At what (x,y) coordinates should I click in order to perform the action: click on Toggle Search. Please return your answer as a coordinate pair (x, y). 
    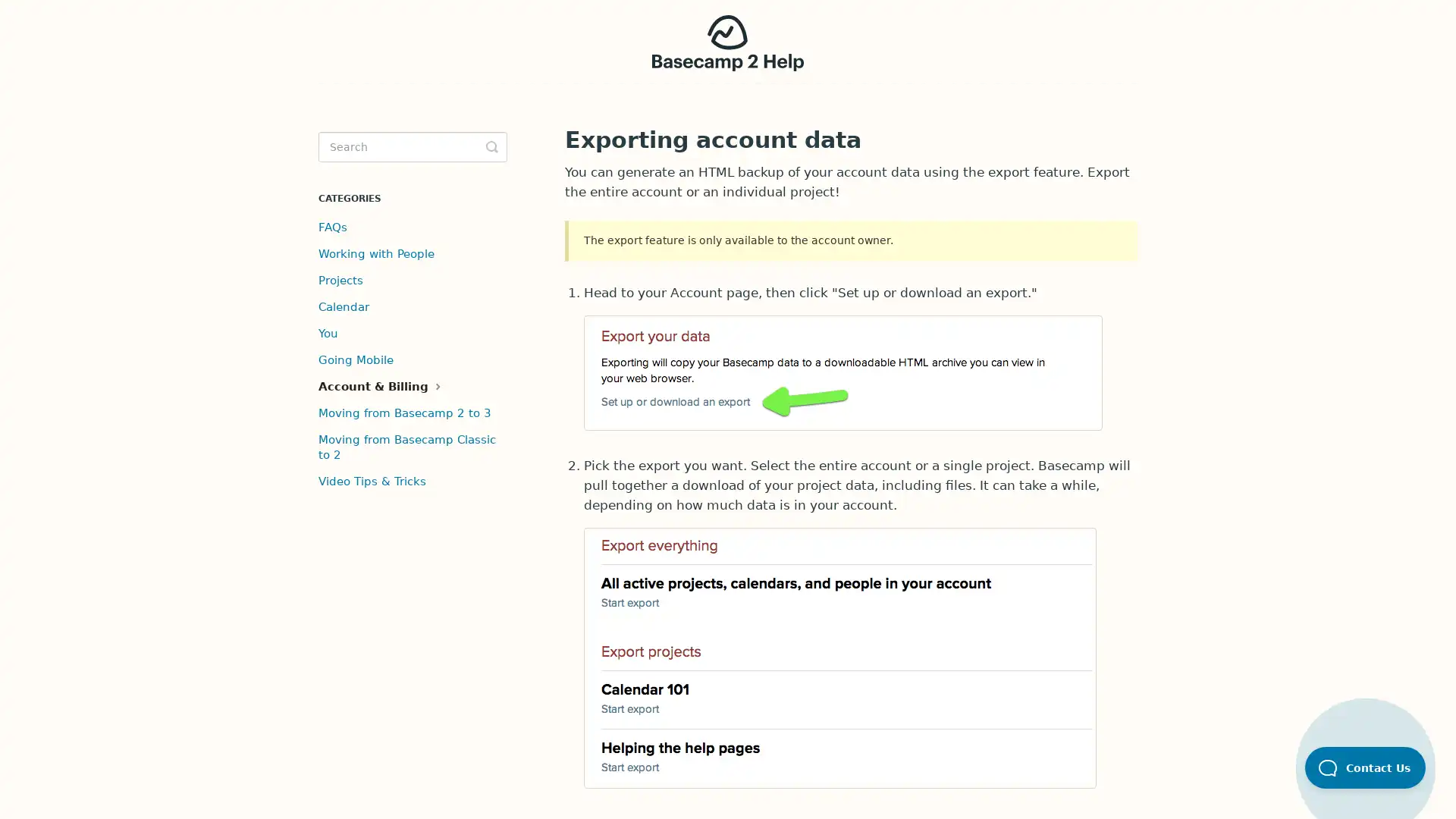
    Looking at the image, I should click on (491, 146).